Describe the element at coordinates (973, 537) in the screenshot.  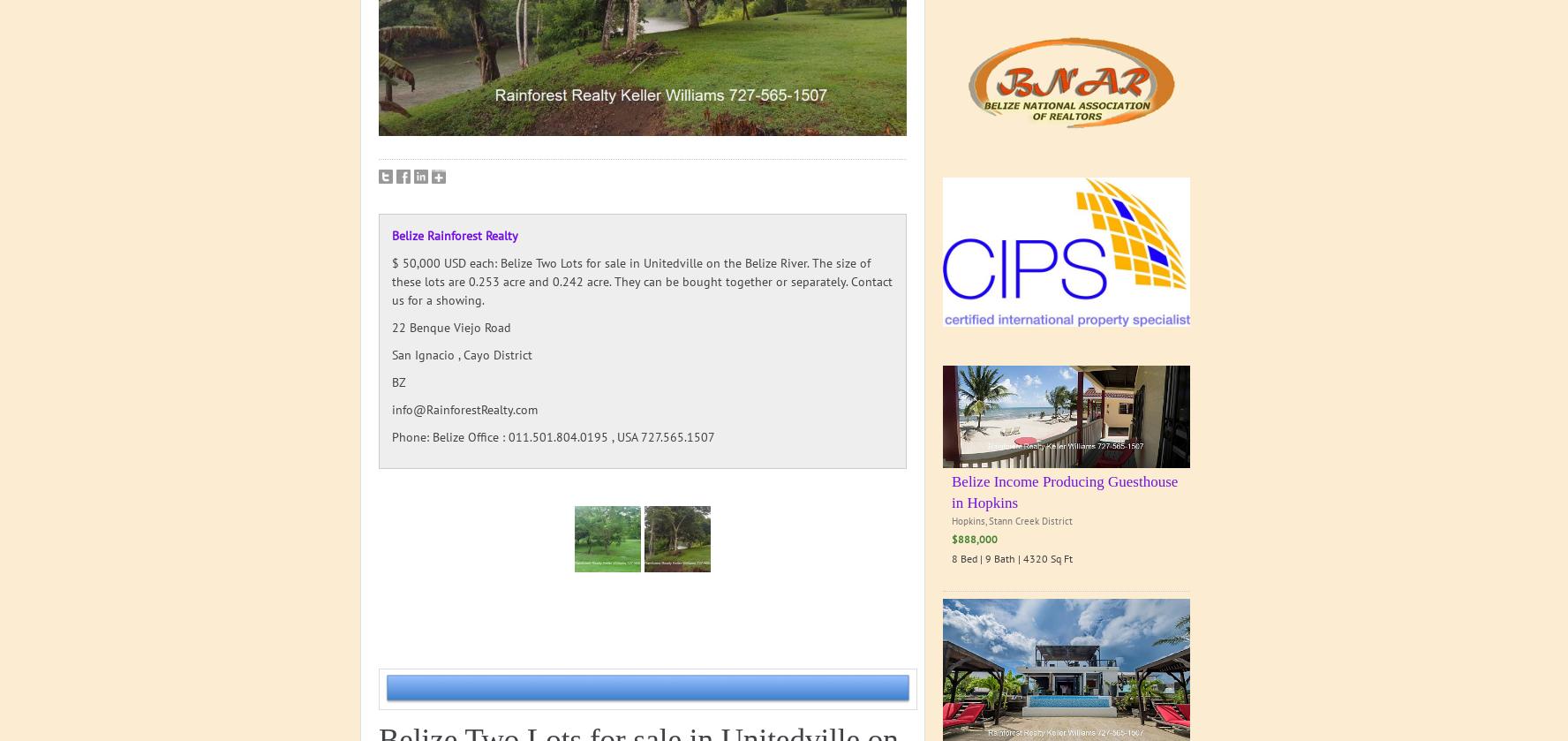
I see `'$888,000'` at that location.